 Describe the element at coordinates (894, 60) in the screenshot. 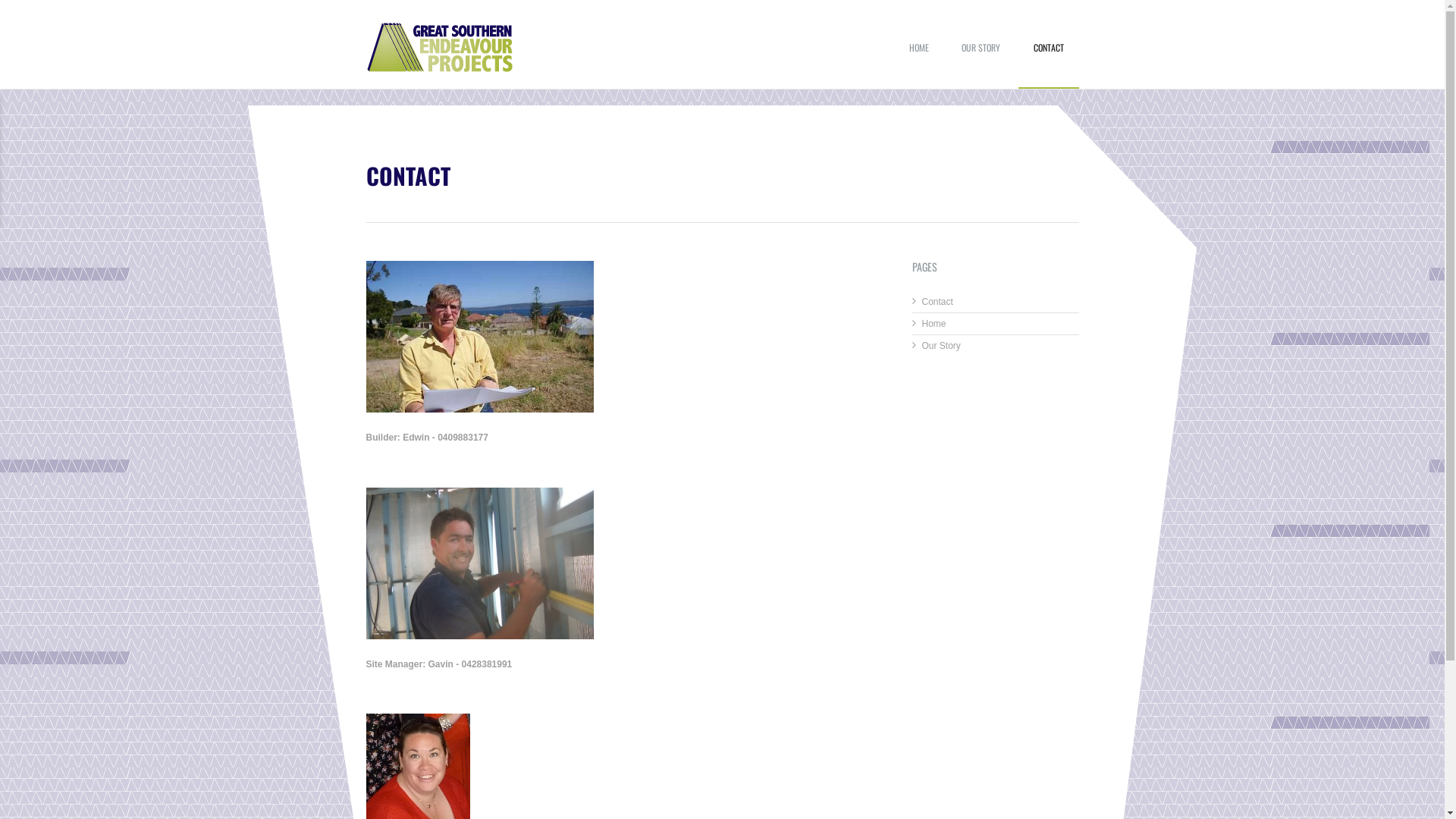

I see `'HOME'` at that location.